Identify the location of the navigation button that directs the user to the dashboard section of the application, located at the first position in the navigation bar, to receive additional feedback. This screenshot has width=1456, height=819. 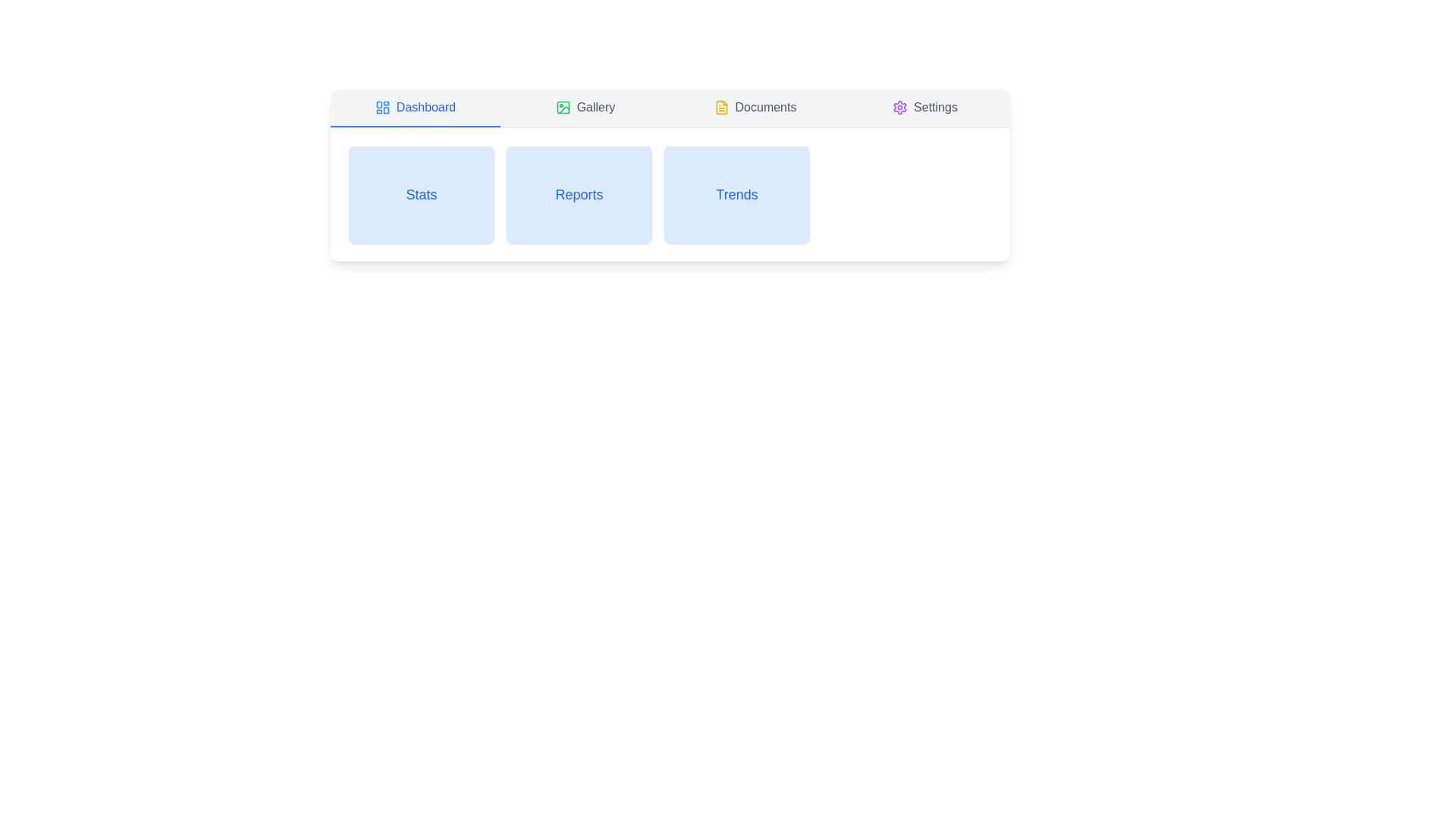
(415, 107).